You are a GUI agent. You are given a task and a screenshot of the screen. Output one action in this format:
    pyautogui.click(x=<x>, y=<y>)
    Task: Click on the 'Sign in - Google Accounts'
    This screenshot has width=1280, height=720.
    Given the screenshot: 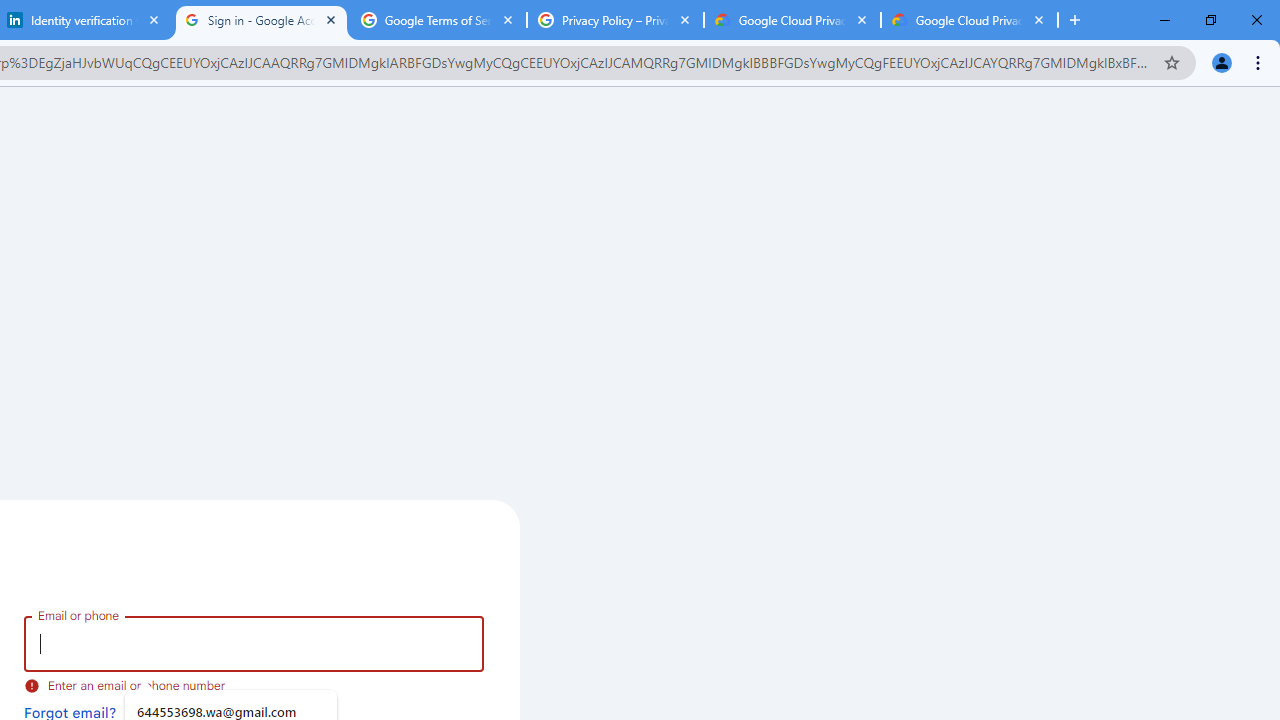 What is the action you would take?
    pyautogui.click(x=260, y=20)
    